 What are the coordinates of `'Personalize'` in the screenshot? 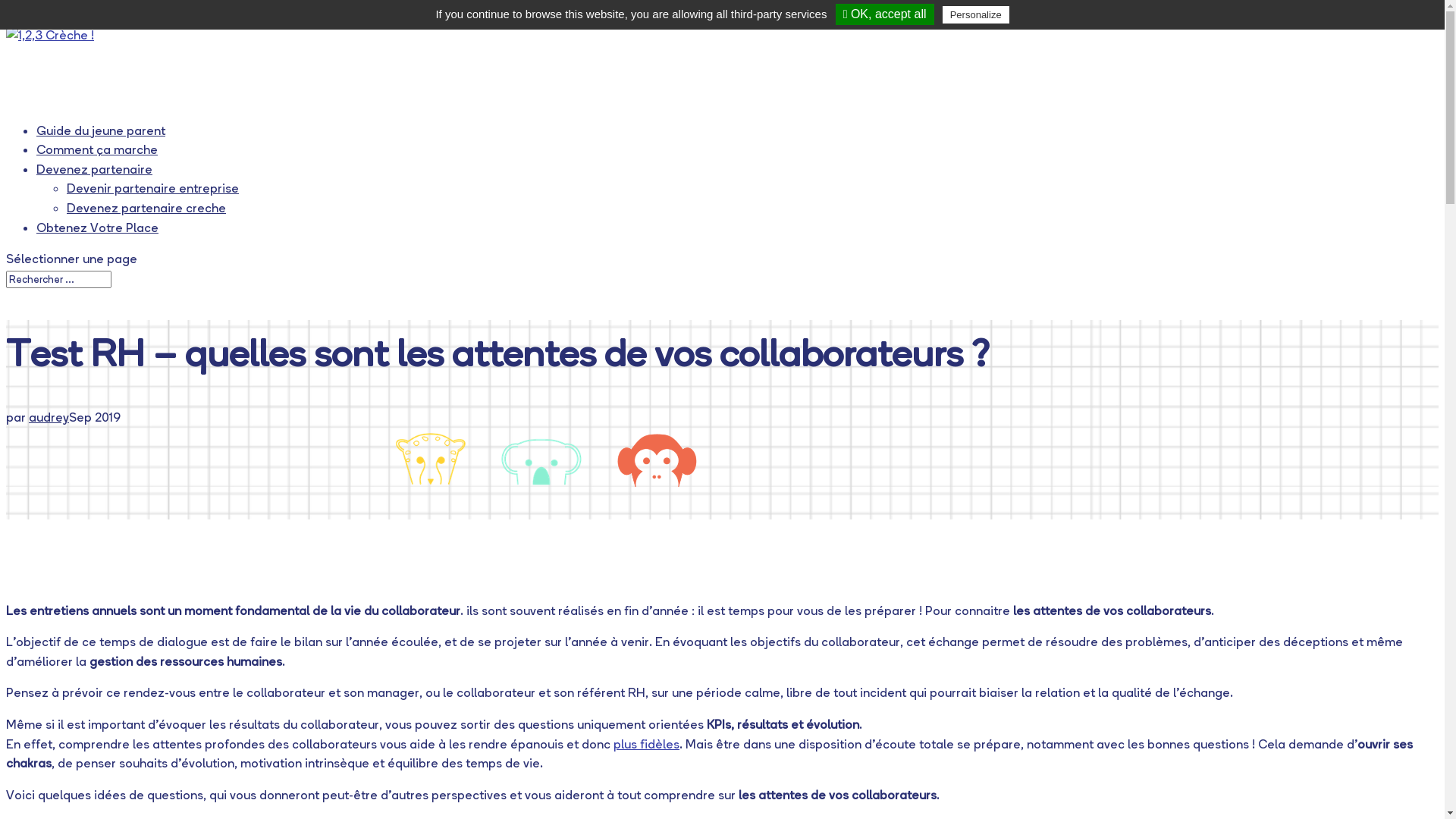 It's located at (975, 14).